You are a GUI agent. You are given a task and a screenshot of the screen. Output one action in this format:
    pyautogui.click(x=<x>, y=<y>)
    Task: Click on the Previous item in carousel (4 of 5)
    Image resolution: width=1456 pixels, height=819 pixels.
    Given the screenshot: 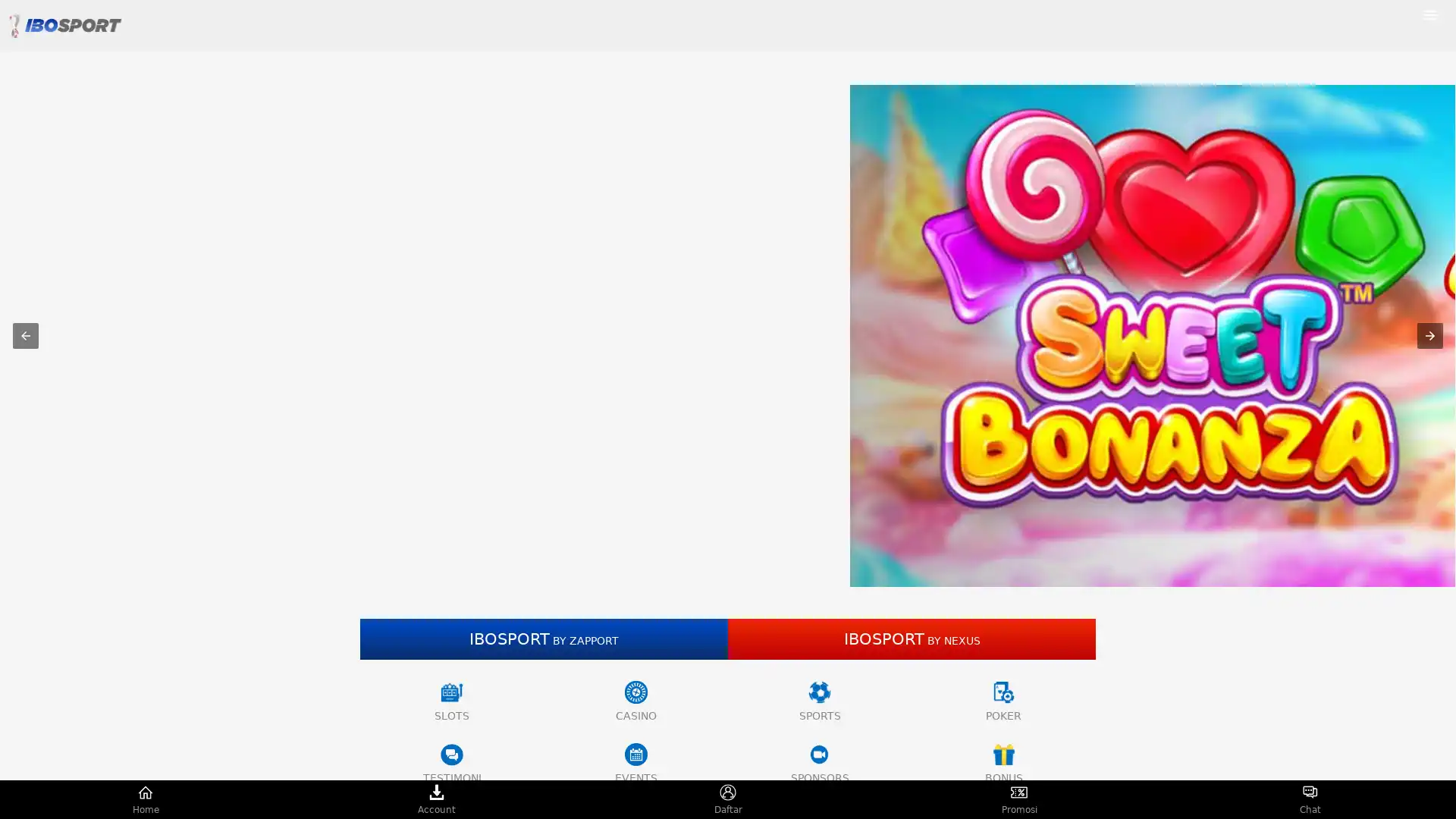 What is the action you would take?
    pyautogui.click(x=25, y=335)
    